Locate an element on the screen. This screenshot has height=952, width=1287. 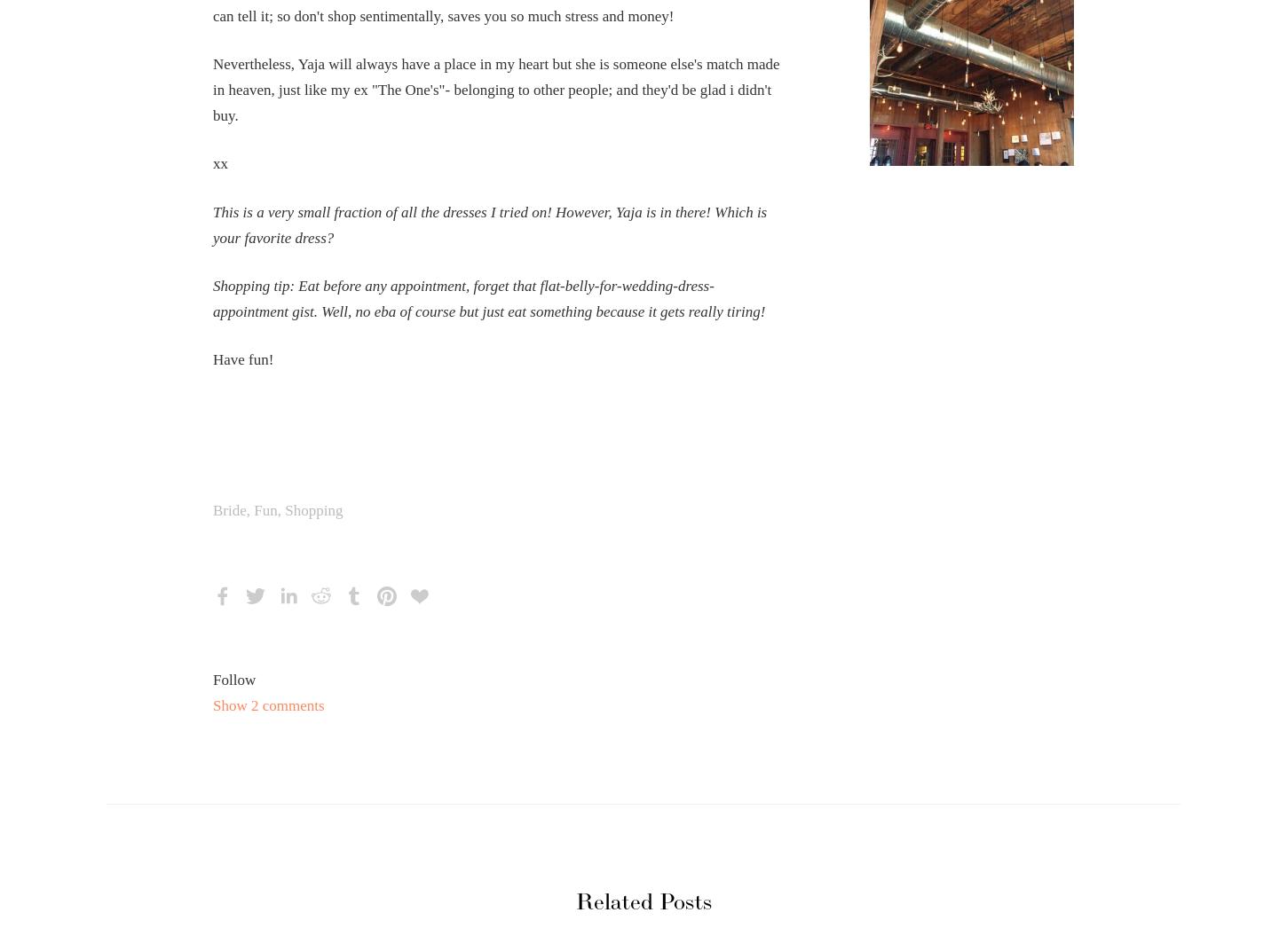
'Related Posts' is located at coordinates (642, 902).